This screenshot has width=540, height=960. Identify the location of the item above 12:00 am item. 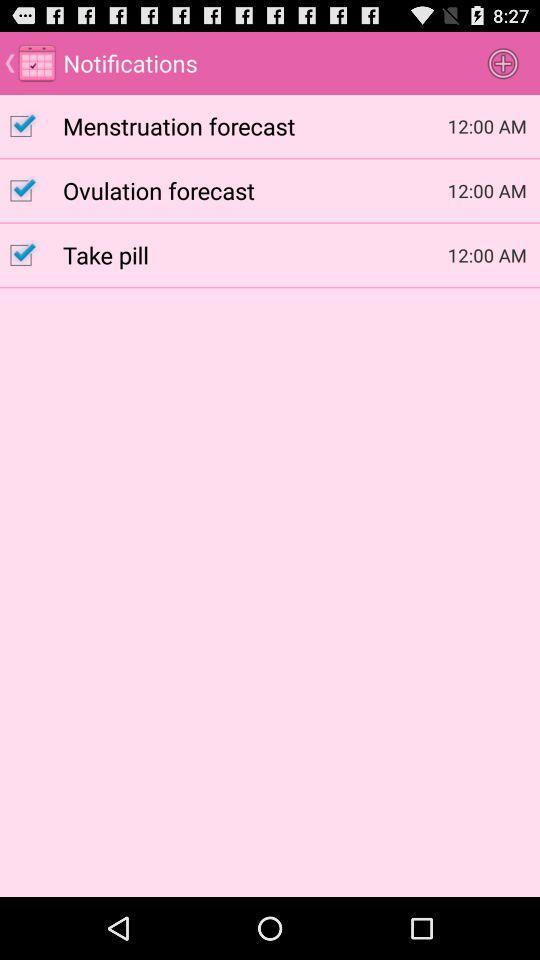
(502, 62).